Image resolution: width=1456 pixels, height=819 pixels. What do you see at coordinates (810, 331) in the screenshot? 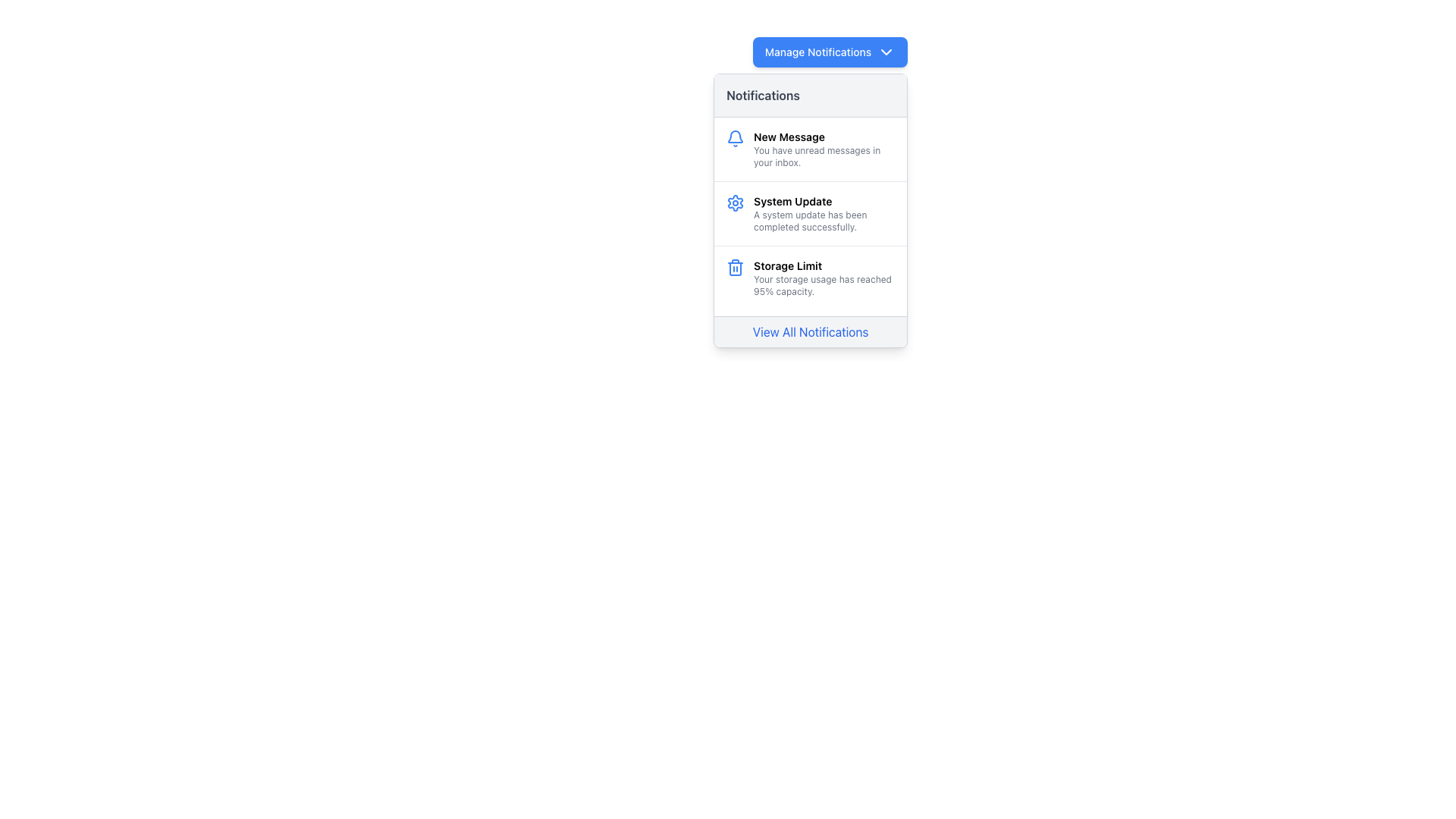
I see `the button at the bottom of the notification panel` at bounding box center [810, 331].